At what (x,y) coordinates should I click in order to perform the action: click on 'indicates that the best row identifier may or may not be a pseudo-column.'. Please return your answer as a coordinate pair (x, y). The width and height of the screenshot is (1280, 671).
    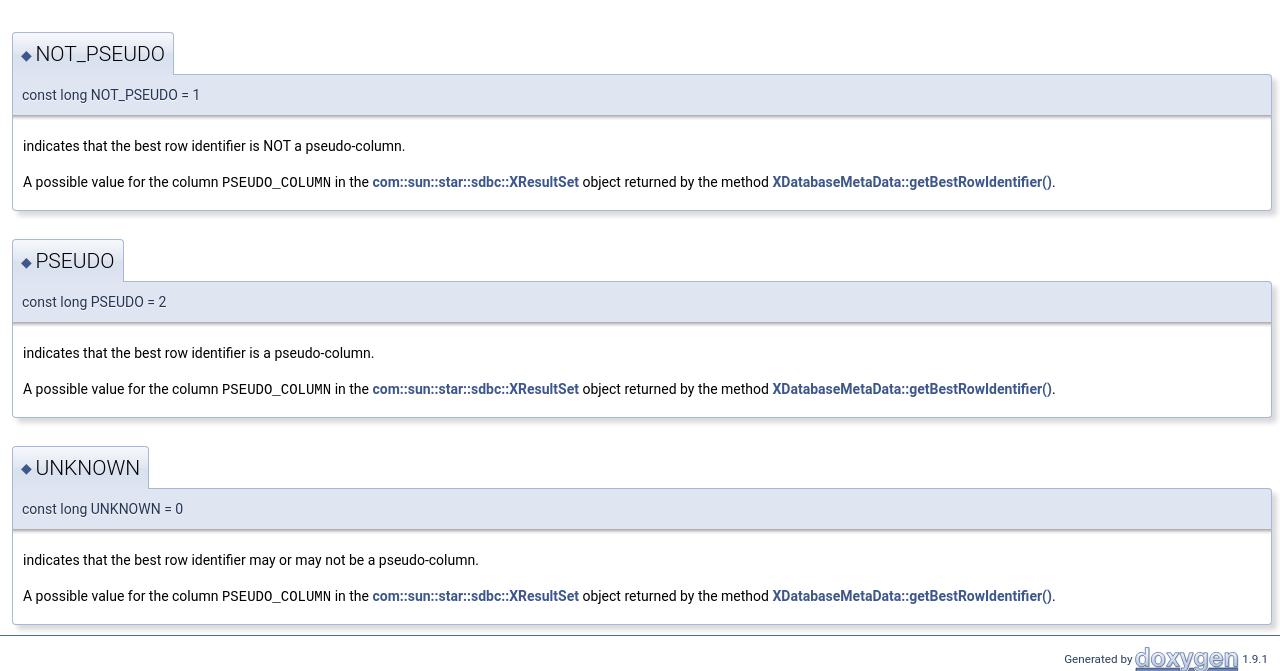
    Looking at the image, I should click on (249, 558).